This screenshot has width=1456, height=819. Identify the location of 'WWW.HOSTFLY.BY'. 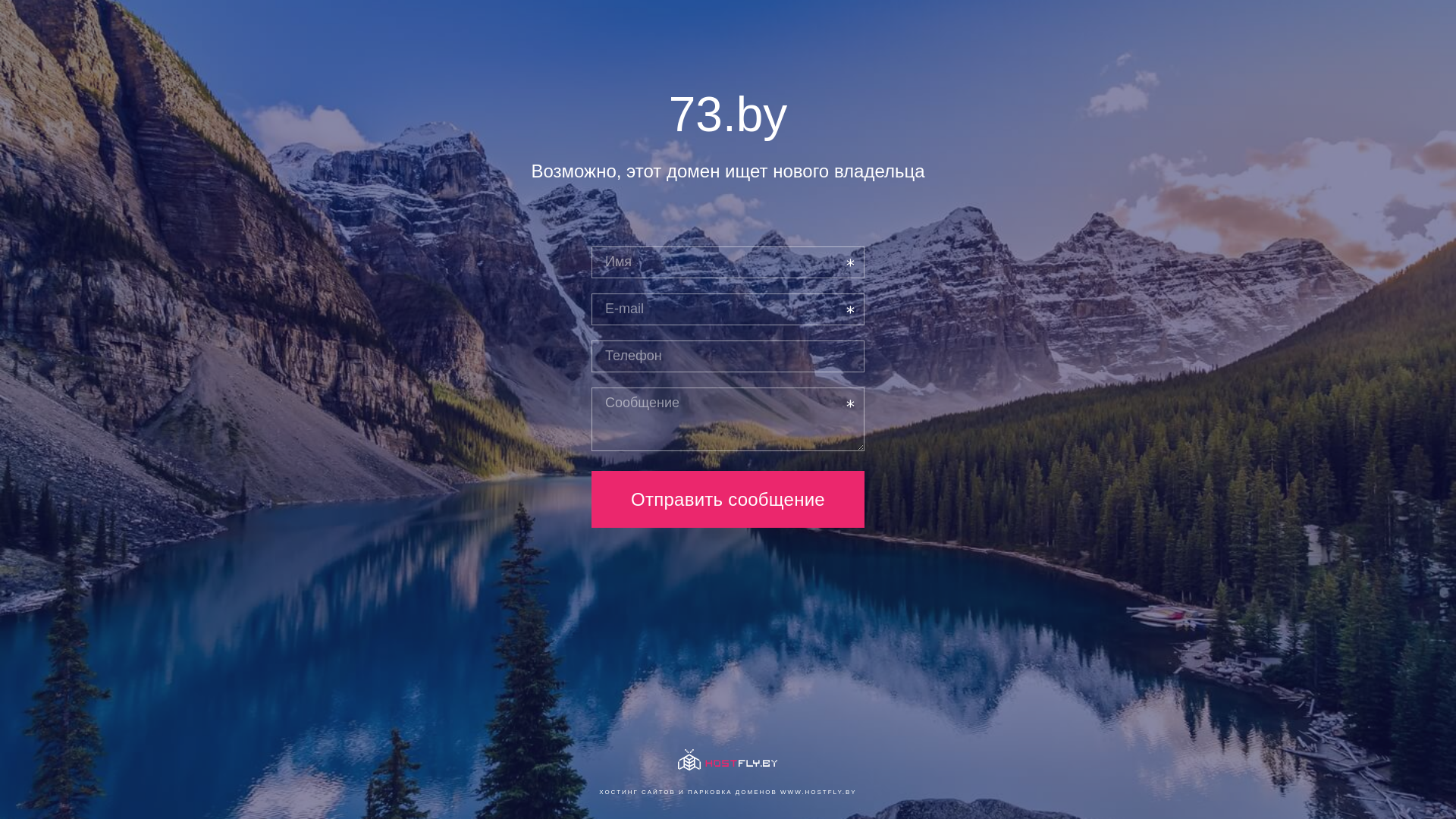
(817, 791).